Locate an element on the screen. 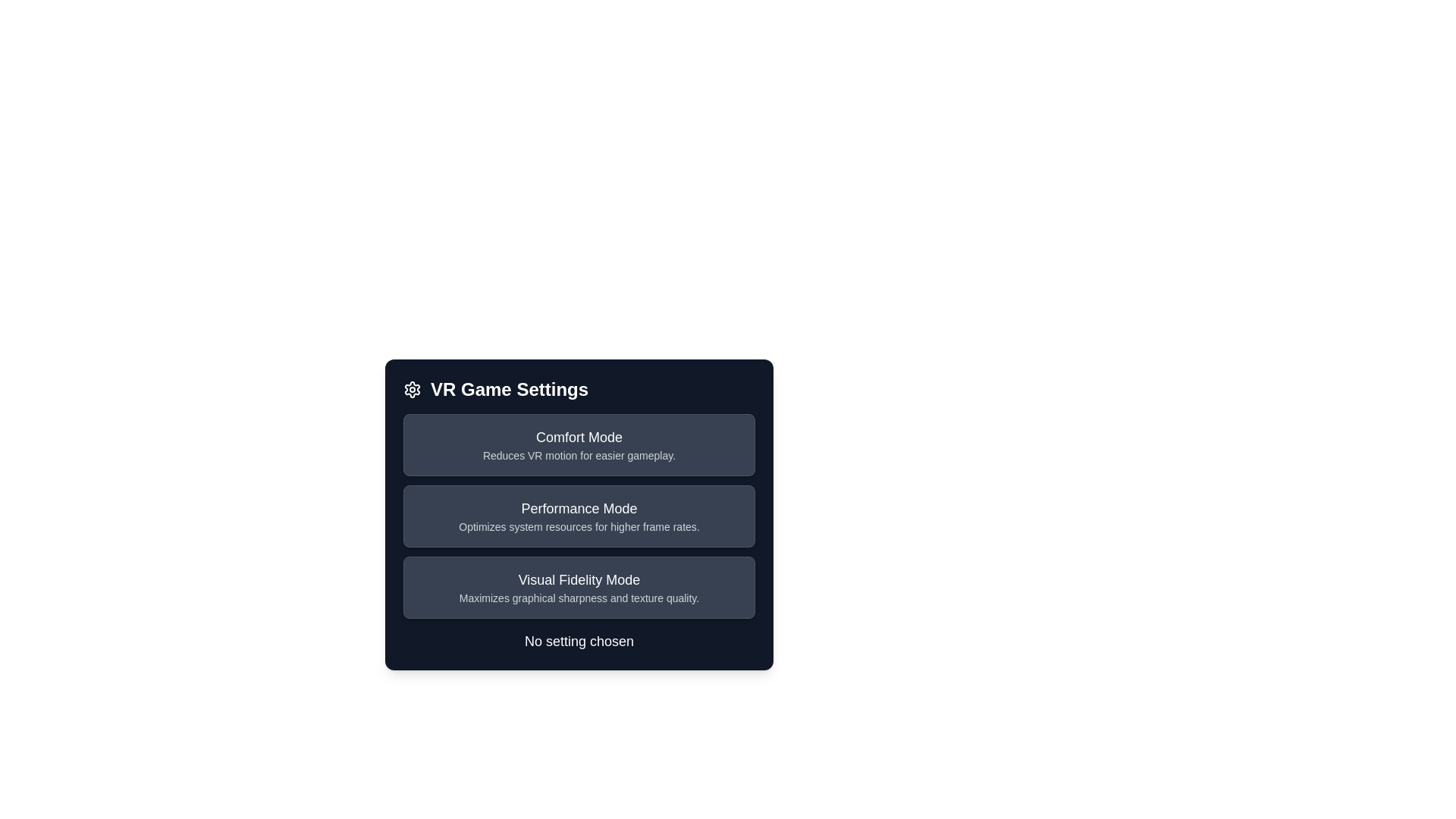 The height and width of the screenshot is (819, 1456). the first selectable option in the 'VR Game Settings' menu is located at coordinates (578, 444).